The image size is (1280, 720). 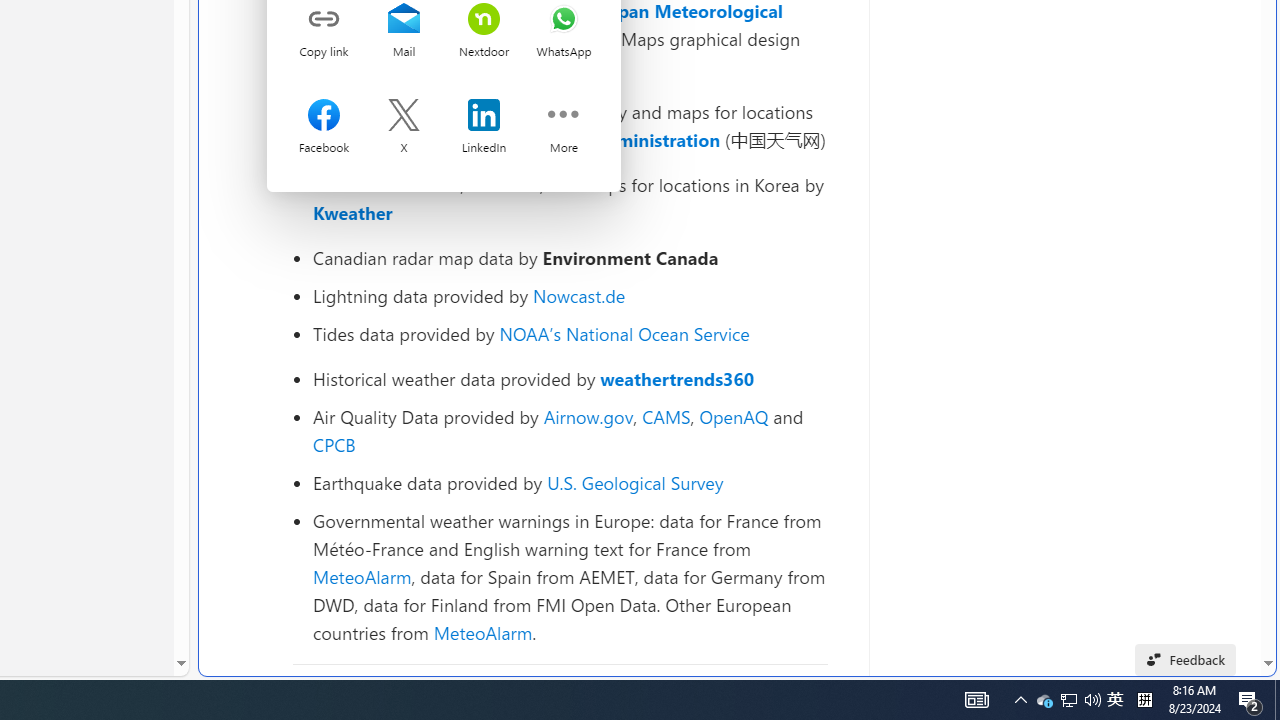 I want to click on 'Share on whatsapp', so click(x=562, y=20).